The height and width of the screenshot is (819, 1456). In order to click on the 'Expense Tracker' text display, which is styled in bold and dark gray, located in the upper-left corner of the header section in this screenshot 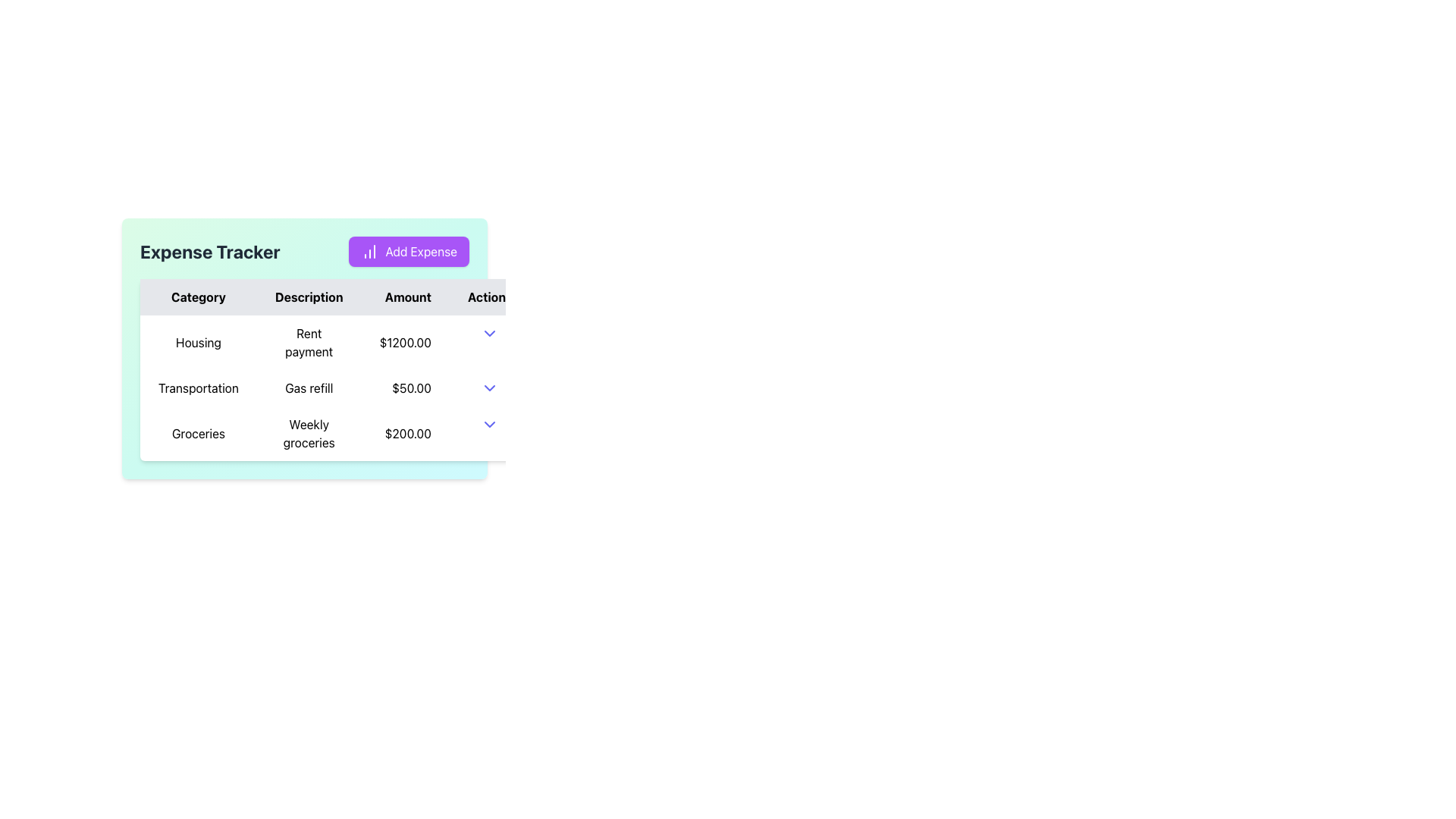, I will do `click(209, 250)`.